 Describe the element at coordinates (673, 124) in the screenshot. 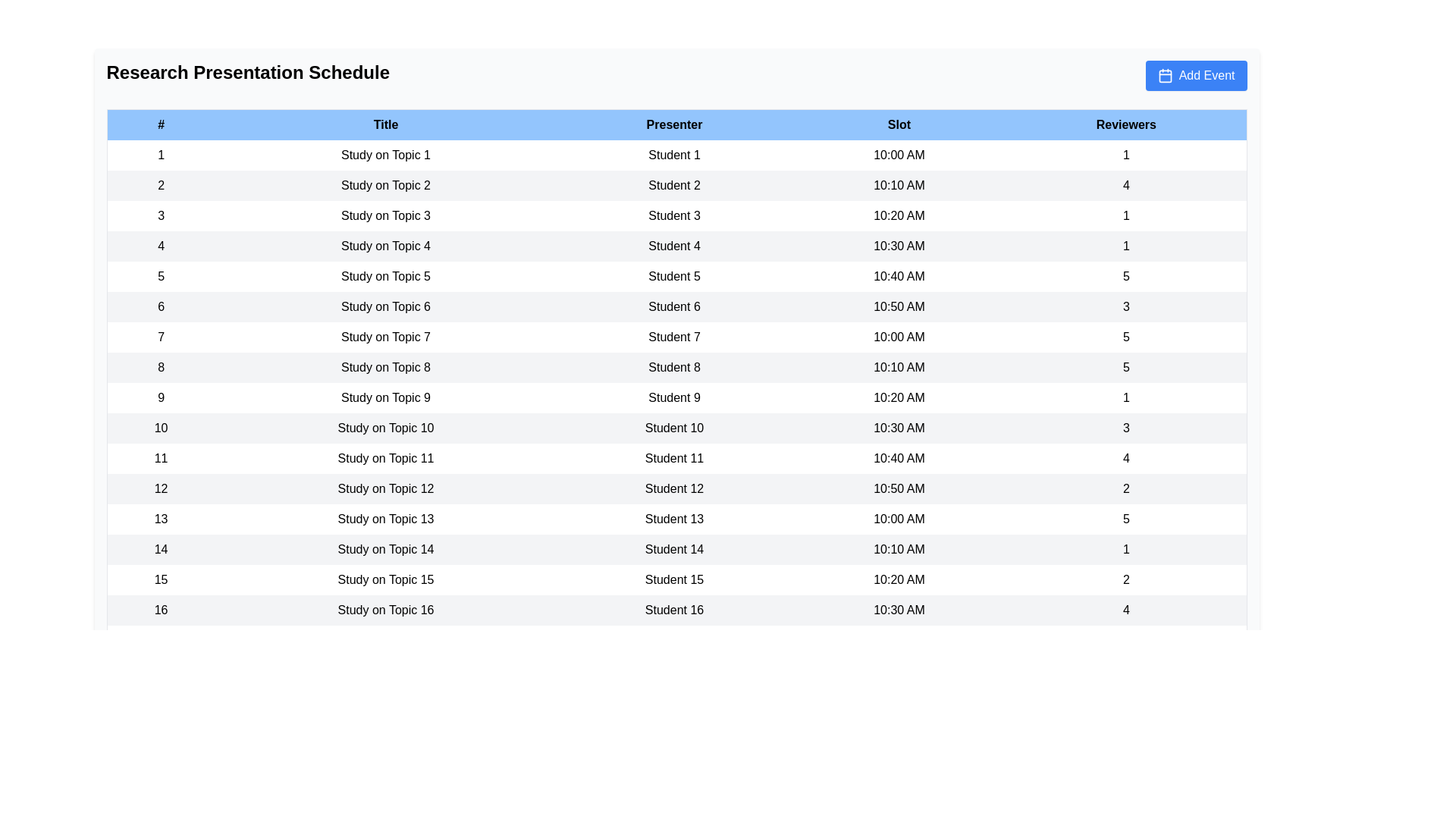

I see `the column header Presenter to sort the table by that column` at that location.